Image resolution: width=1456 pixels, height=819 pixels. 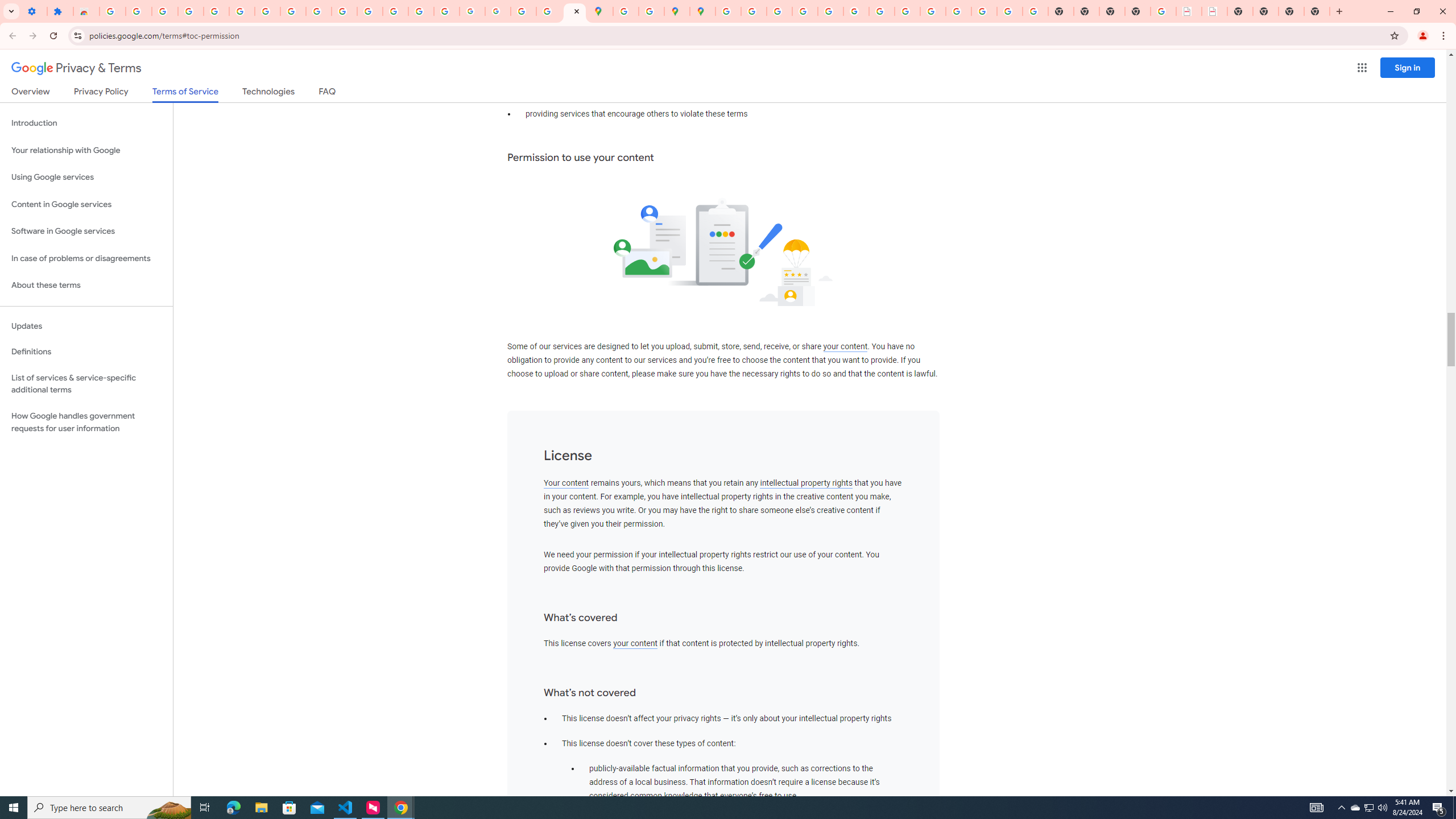 What do you see at coordinates (34, 11) in the screenshot?
I see `'Settings - On startup'` at bounding box center [34, 11].